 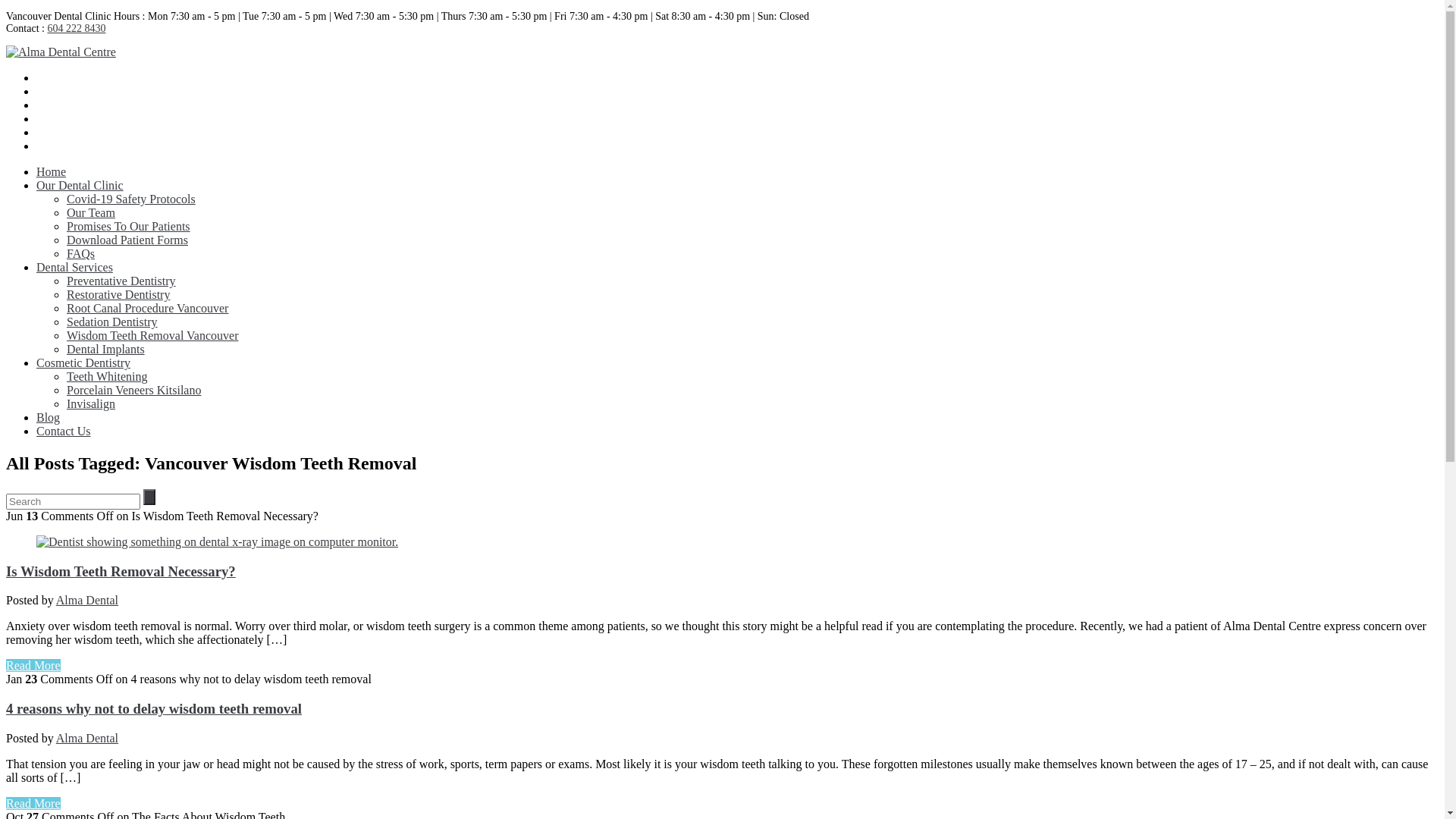 What do you see at coordinates (130, 198) in the screenshot?
I see `'Covid-19 Safety Protocols'` at bounding box center [130, 198].